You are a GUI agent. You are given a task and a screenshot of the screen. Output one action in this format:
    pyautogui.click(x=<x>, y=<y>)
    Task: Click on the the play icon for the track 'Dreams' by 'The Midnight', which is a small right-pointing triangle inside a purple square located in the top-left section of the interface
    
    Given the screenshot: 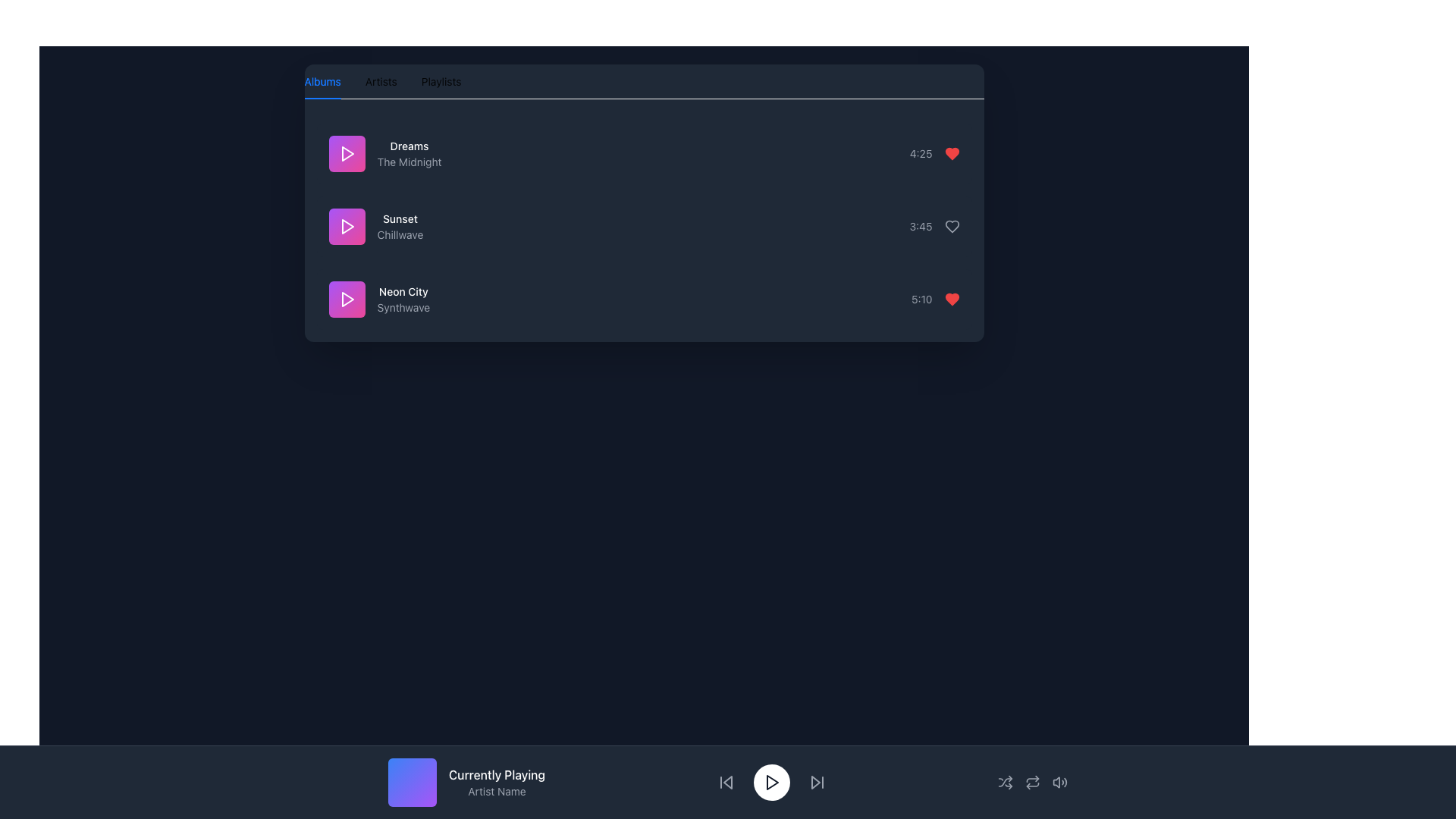 What is the action you would take?
    pyautogui.click(x=347, y=154)
    